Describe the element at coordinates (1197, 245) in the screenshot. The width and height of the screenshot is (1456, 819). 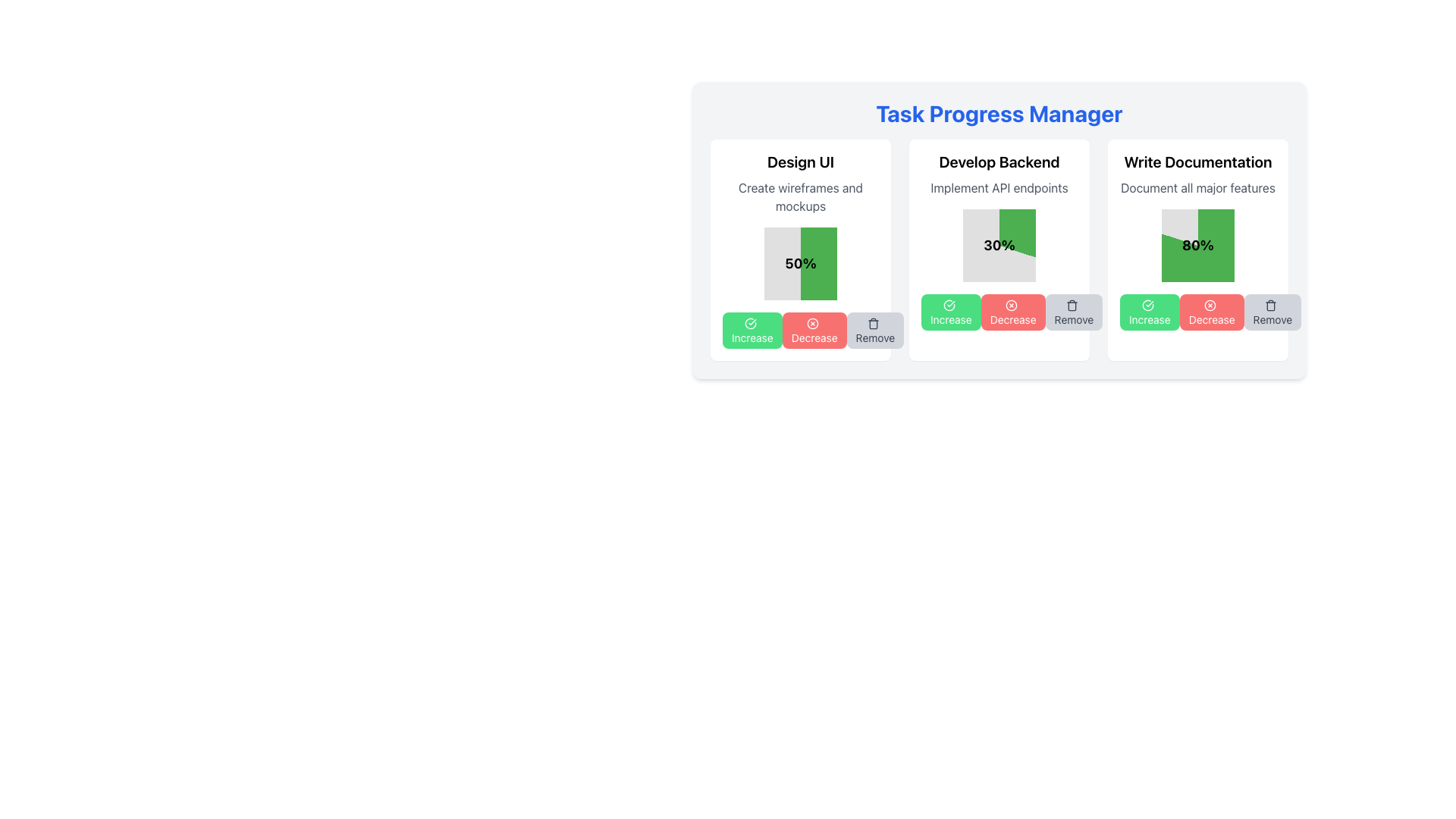
I see `the text display indicating that the 'Write Documentation' task is 80% complete, which is centered on the completion bar within the card titled 'Write Documentation'` at that location.